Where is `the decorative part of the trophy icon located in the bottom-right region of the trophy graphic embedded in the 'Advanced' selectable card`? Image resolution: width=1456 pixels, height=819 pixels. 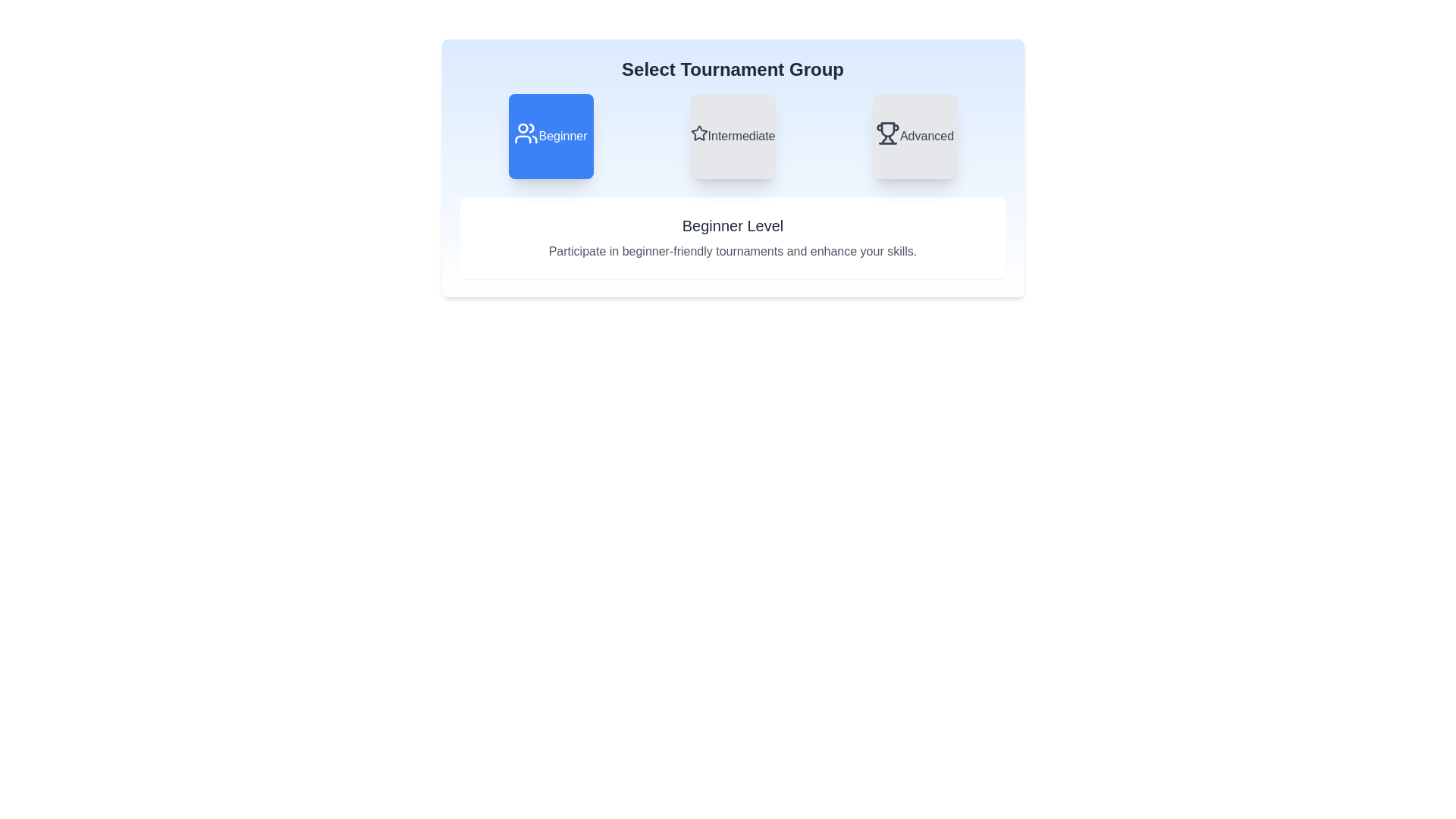
the decorative part of the trophy icon located in the bottom-right region of the trophy graphic embedded in the 'Advanced' selectable card is located at coordinates (891, 140).